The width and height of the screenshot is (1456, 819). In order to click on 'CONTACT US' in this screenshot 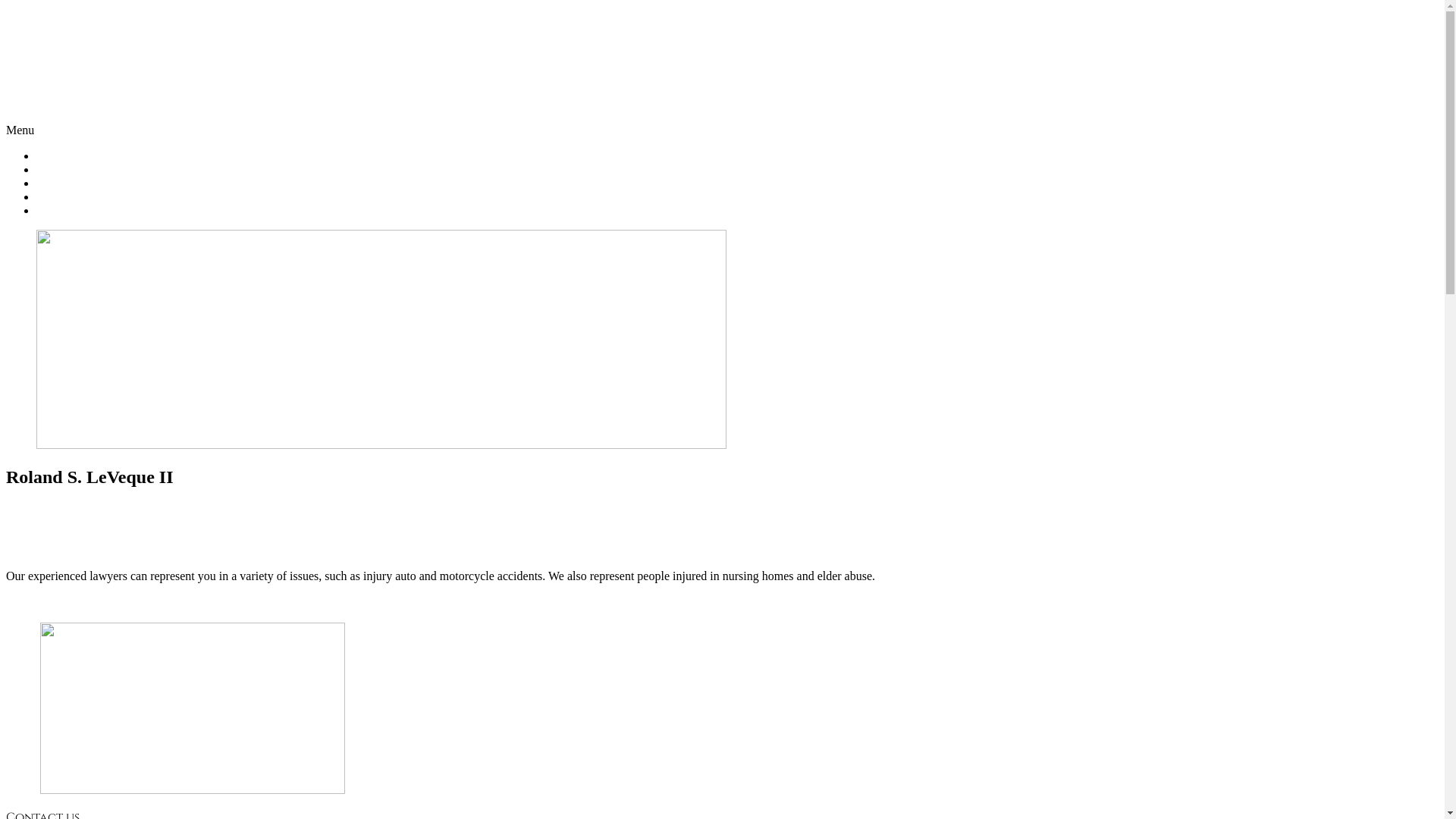, I will do `click(72, 210)`.